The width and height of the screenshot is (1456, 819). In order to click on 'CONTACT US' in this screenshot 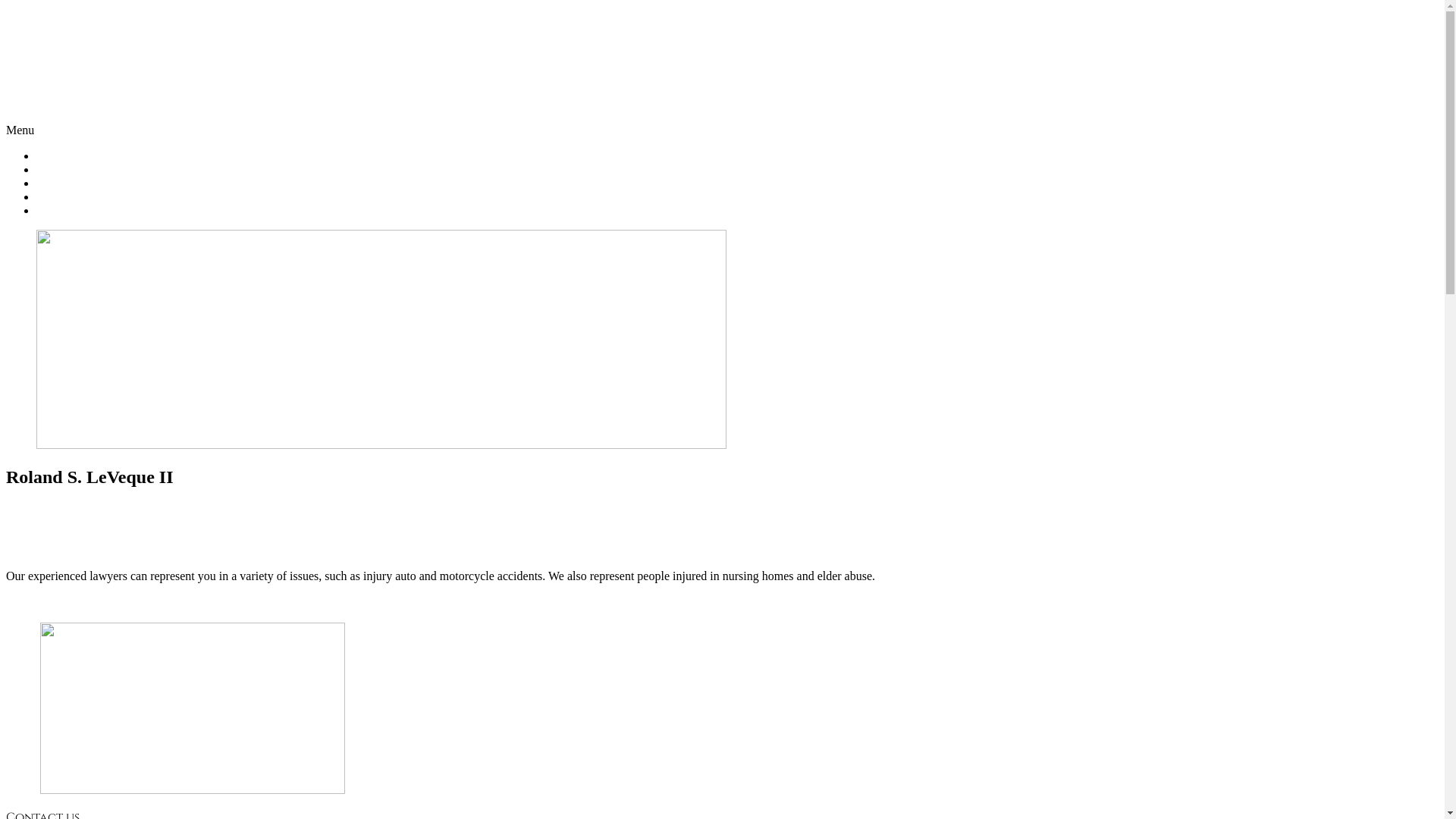, I will do `click(72, 210)`.